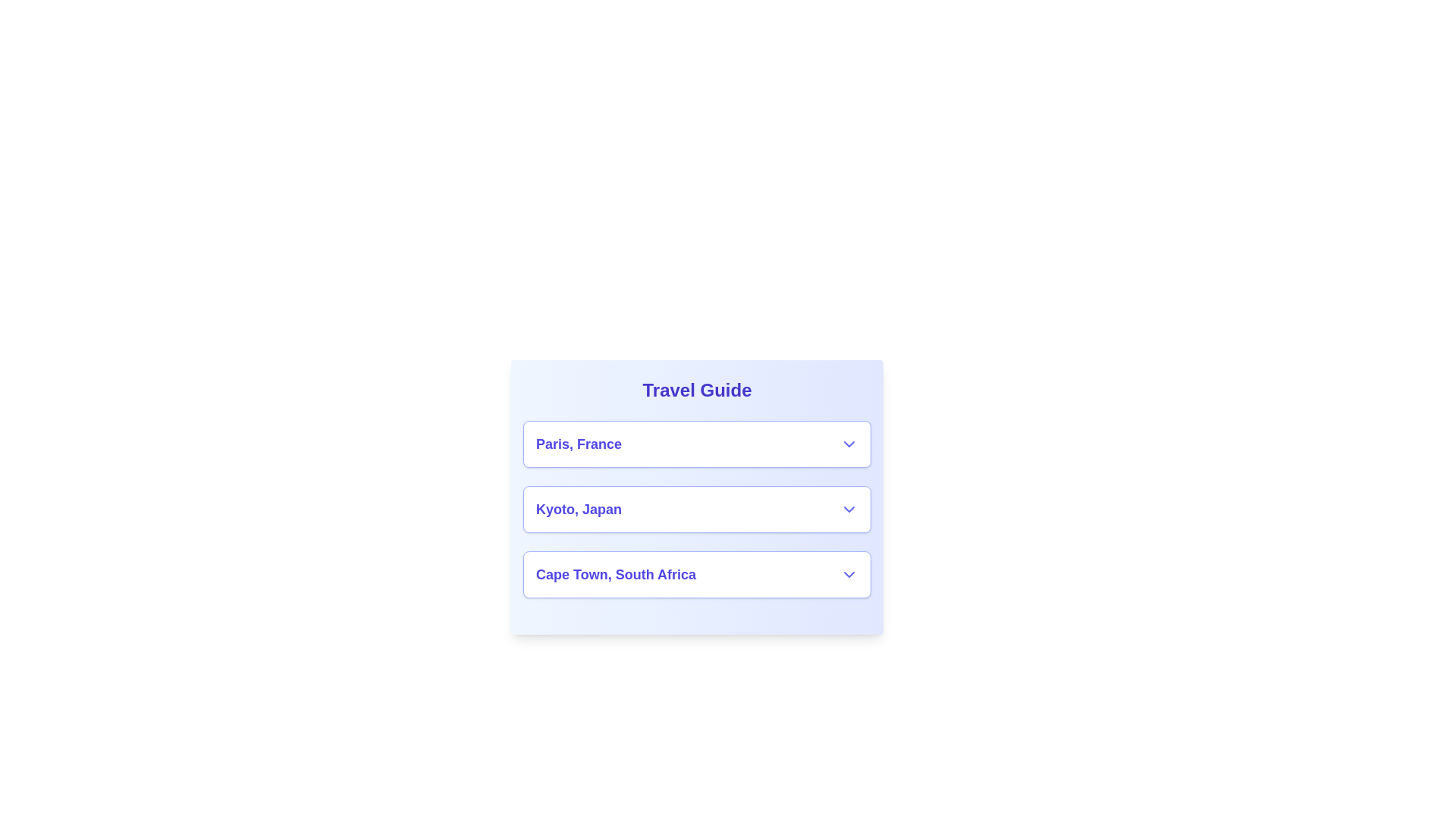 The image size is (1456, 819). What do you see at coordinates (696, 497) in the screenshot?
I see `the second travel destination button within the 'Travel Guide' section, which is styled with a gradient background and contains interactive elements` at bounding box center [696, 497].